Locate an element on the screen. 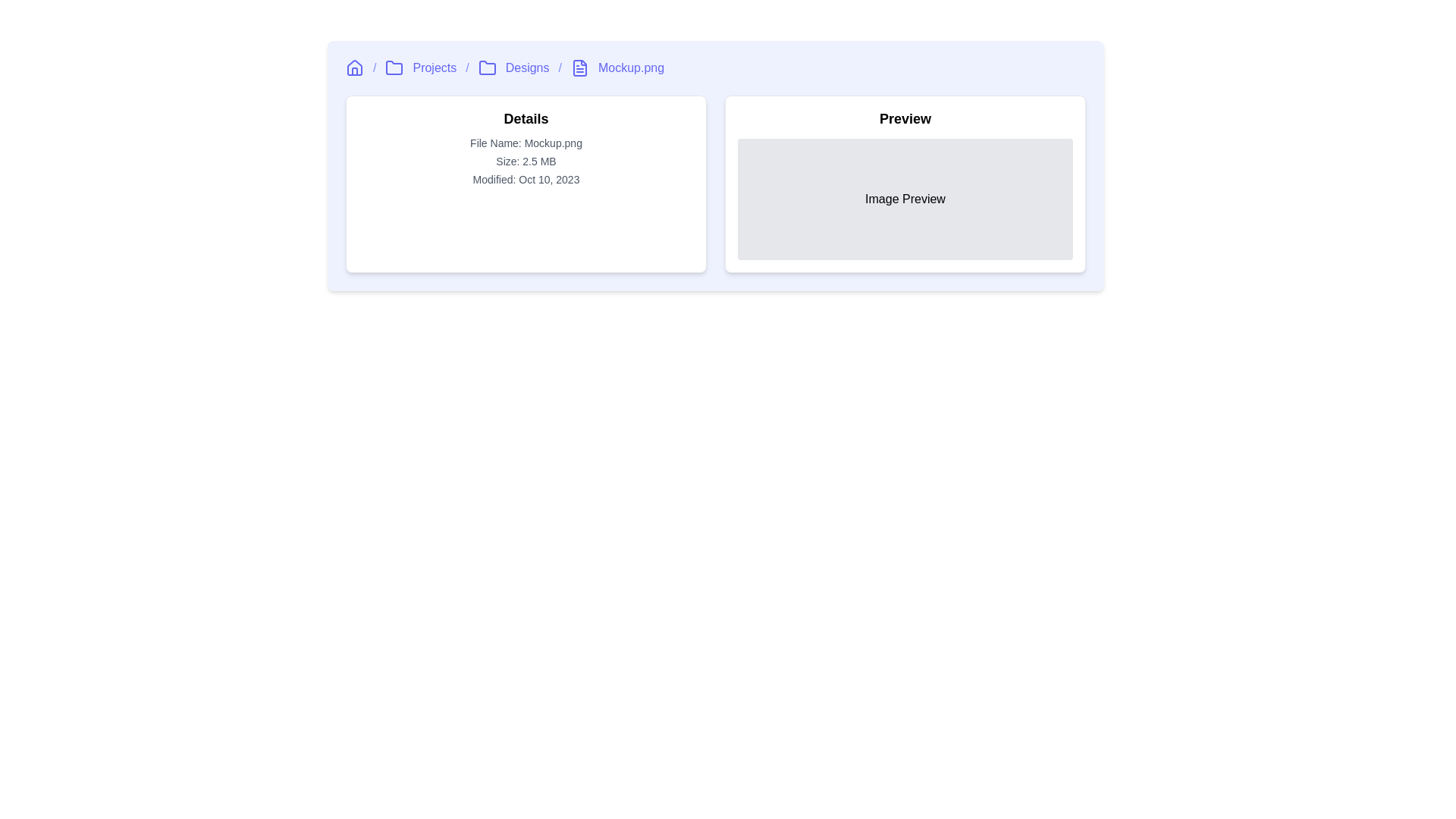  the 'Projects' text label in the breadcrumb navigation bar, which is the third visible item positioned between the folder icon and the 'Designs' text is located at coordinates (434, 67).